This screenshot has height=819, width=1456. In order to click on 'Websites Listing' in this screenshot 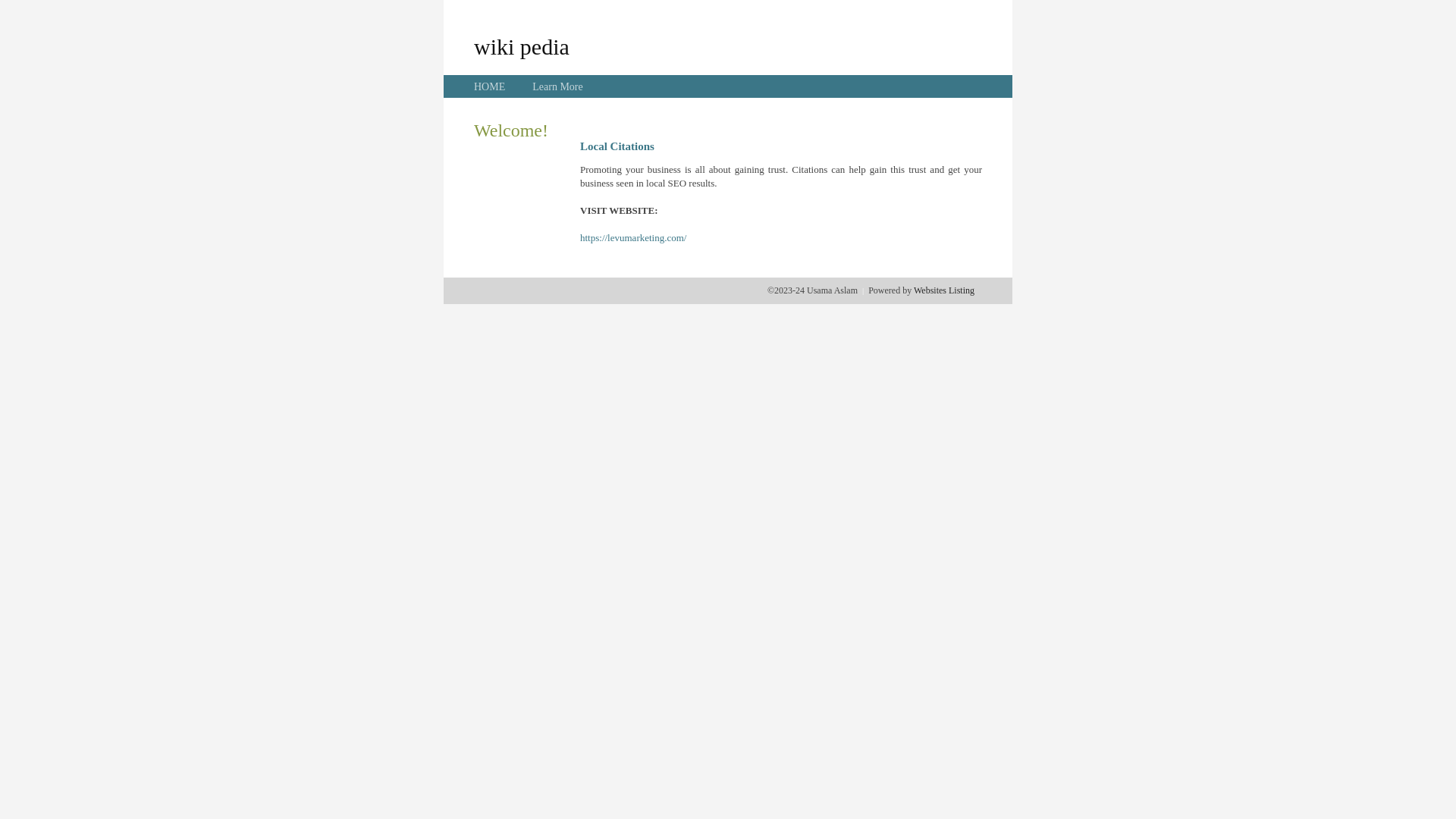, I will do `click(943, 290)`.